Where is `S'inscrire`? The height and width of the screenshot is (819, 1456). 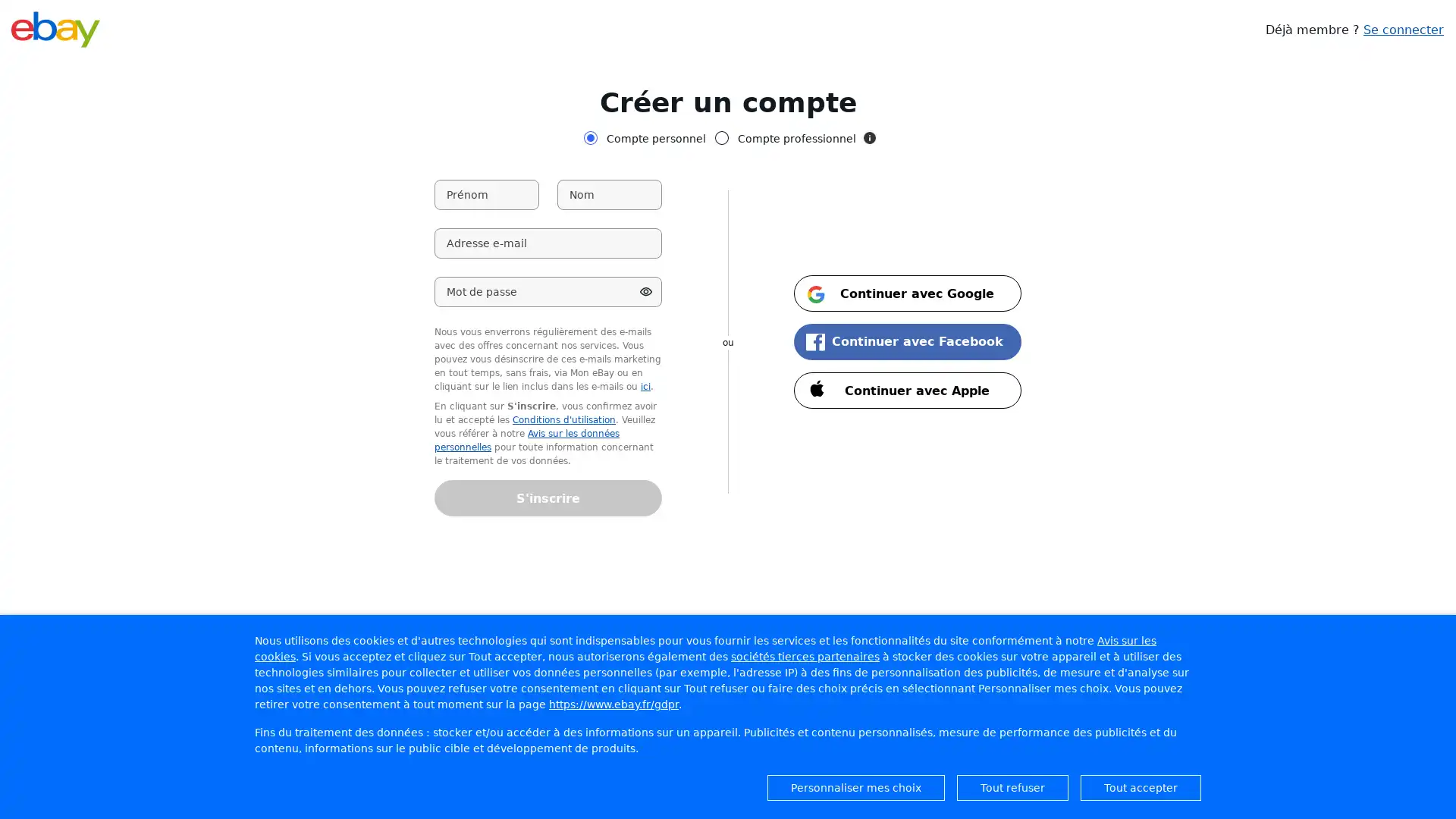
S'inscrire is located at coordinates (548, 497).